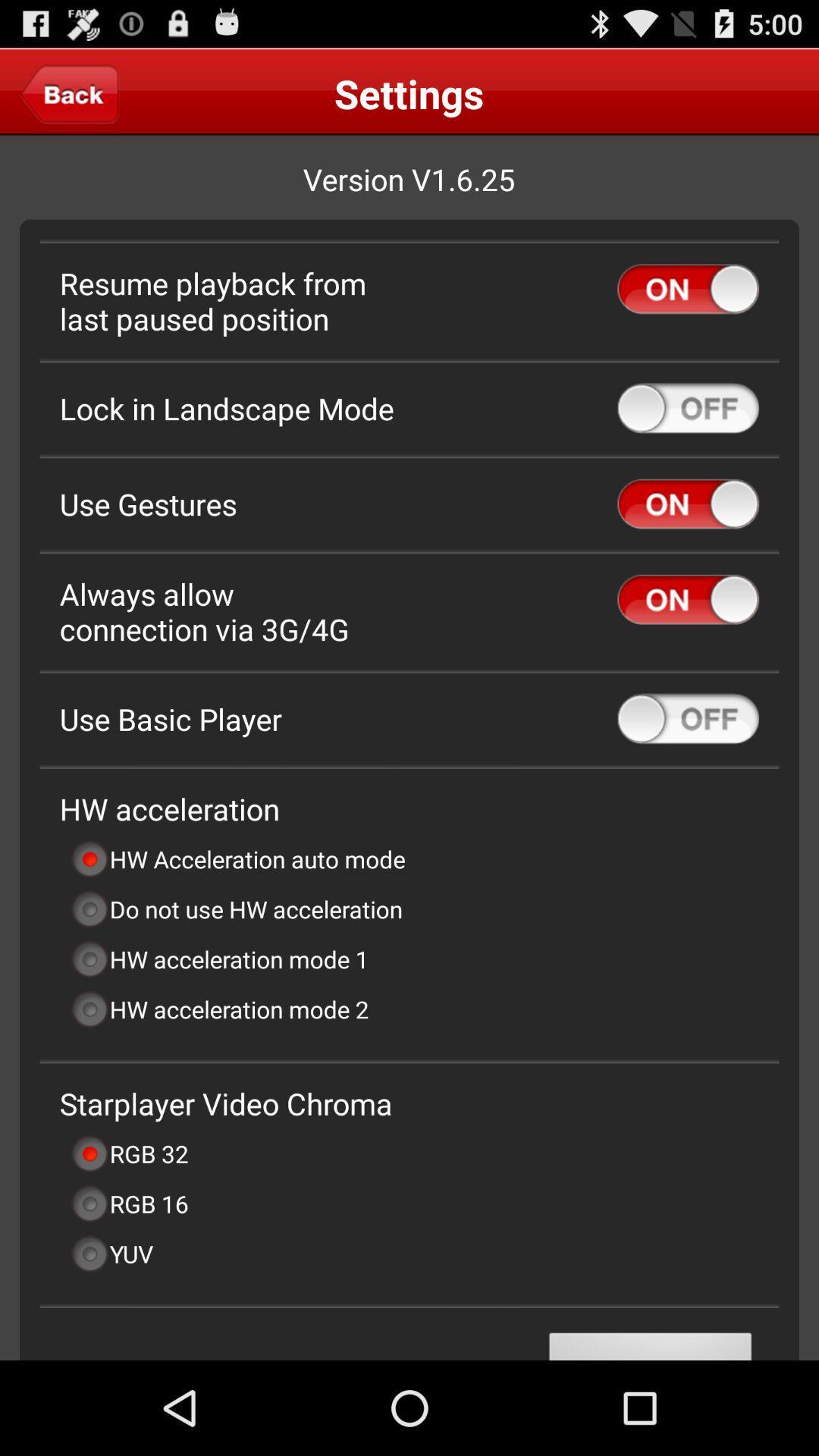  I want to click on the item below the rgb 16 radio button, so click(111, 1254).